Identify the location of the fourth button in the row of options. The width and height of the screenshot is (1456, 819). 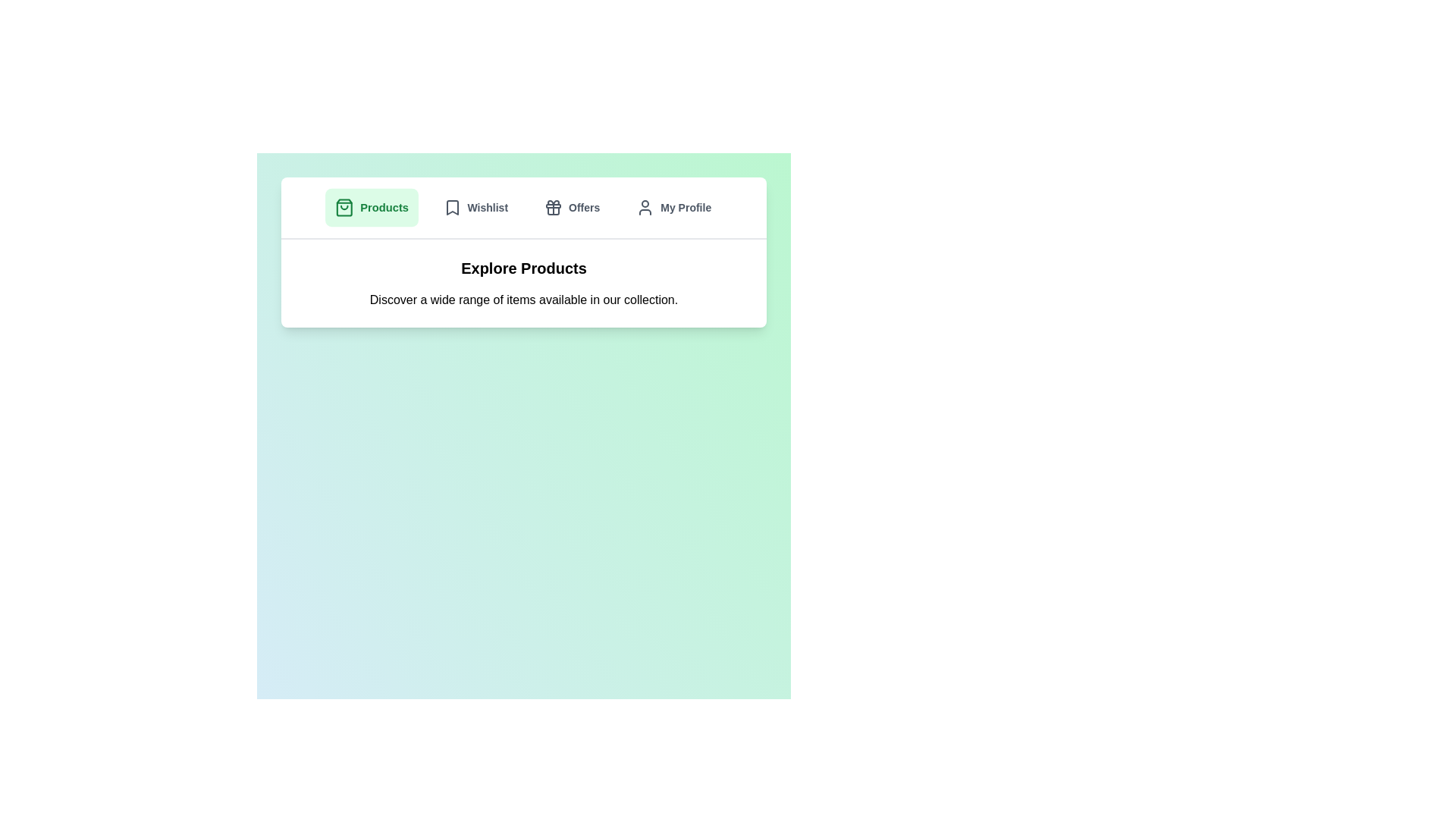
(673, 207).